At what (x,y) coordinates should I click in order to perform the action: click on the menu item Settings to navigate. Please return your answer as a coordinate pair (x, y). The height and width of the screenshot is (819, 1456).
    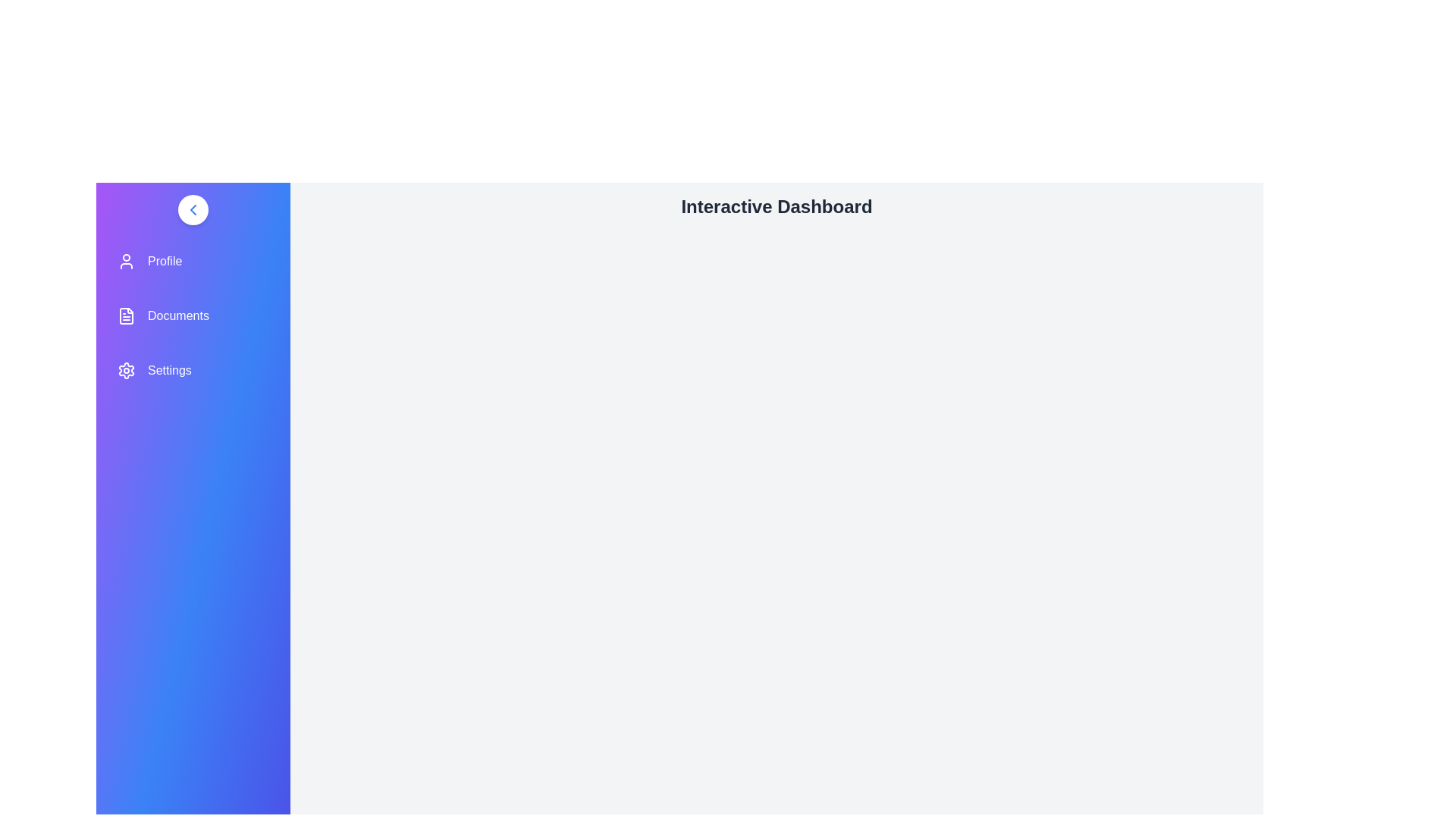
    Looking at the image, I should click on (192, 371).